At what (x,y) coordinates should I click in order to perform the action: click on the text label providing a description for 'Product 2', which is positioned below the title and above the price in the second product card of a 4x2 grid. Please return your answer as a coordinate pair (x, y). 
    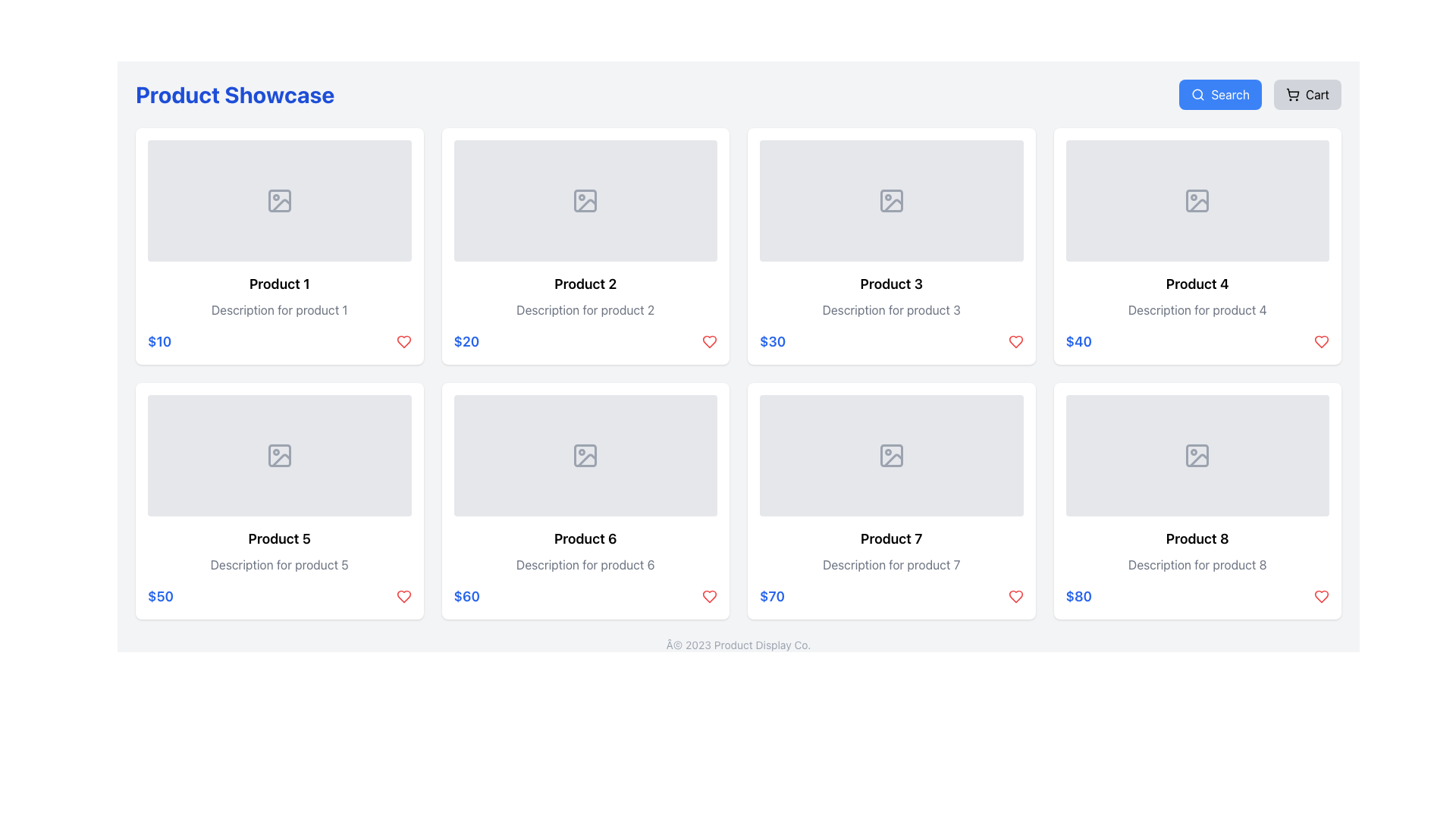
    Looking at the image, I should click on (585, 309).